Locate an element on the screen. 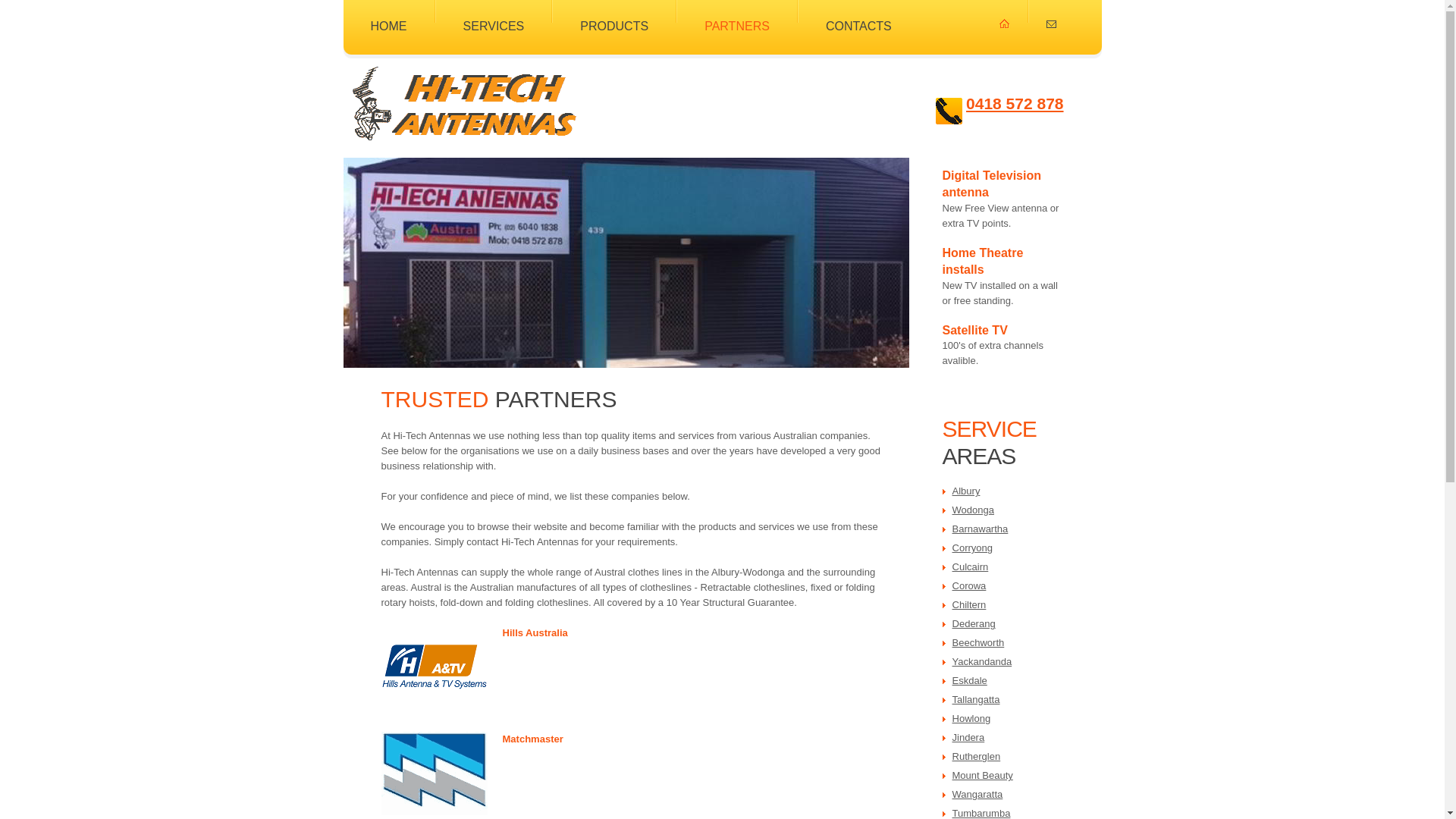 This screenshot has width=1456, height=819. 'SERVICES' is located at coordinates (462, 17).